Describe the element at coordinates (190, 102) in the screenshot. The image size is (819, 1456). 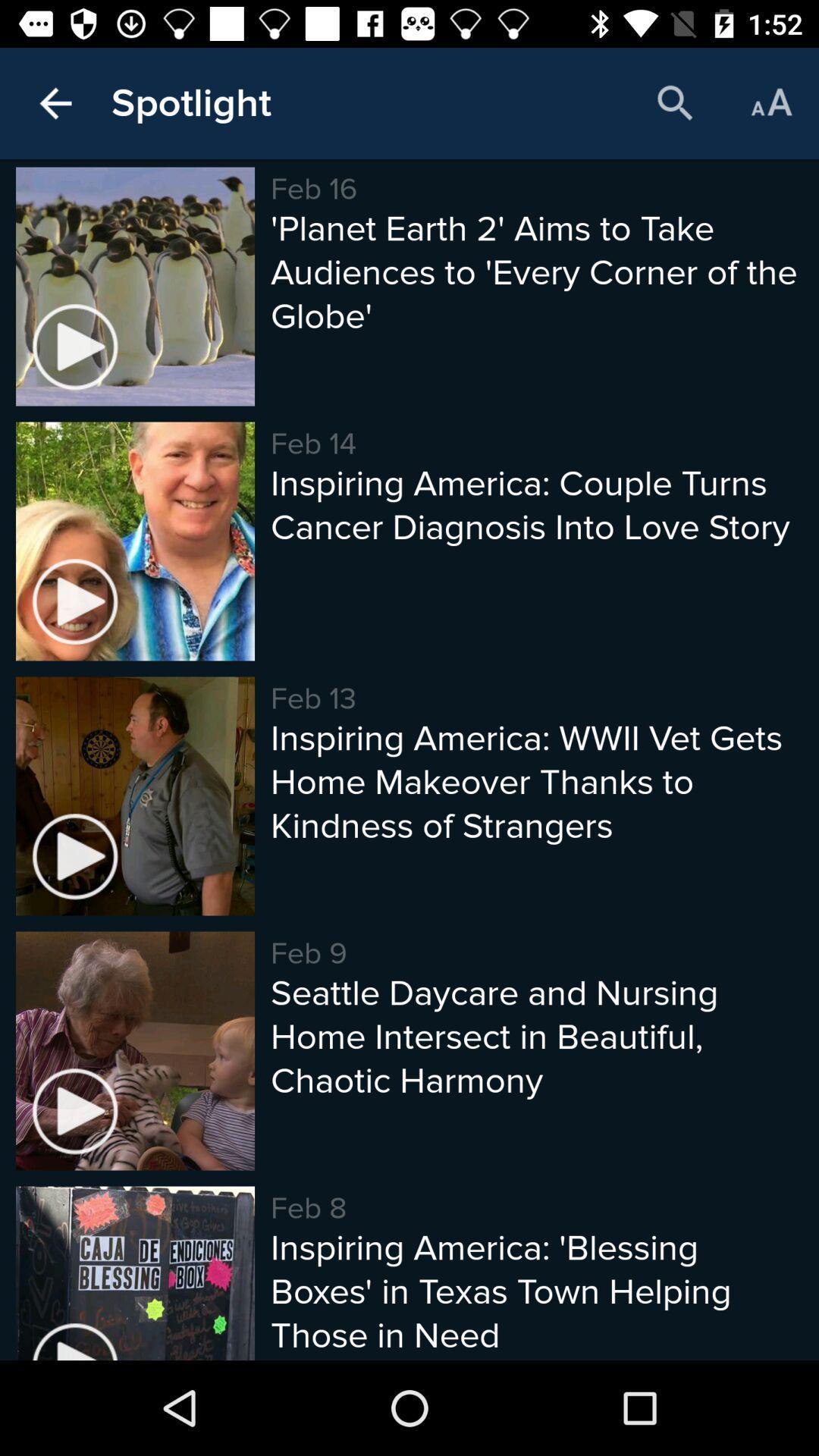
I see `spotlight` at that location.